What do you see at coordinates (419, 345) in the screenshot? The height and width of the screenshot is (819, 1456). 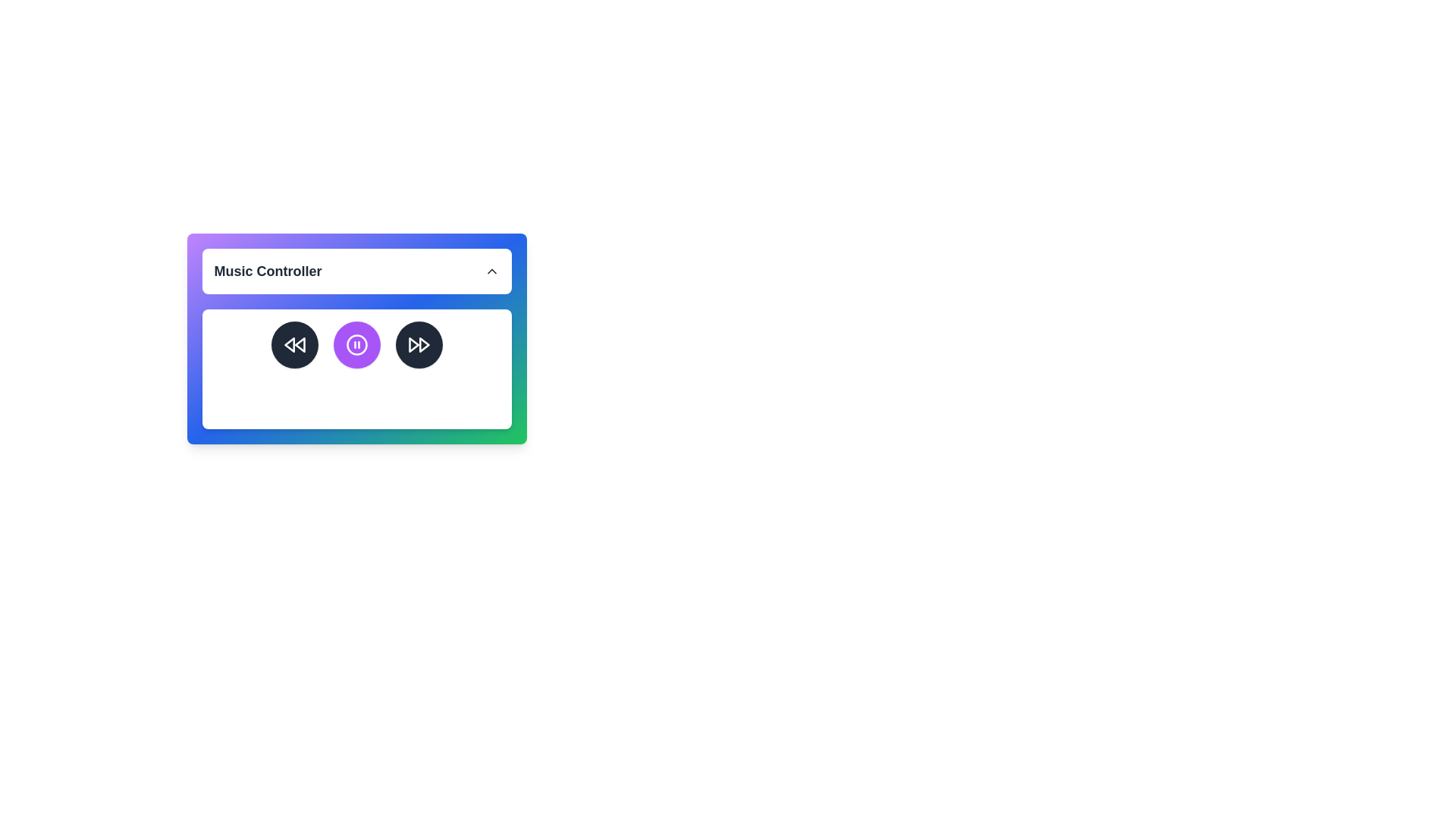 I see `the 'Fast Forward' button to skip to the next track` at bounding box center [419, 345].